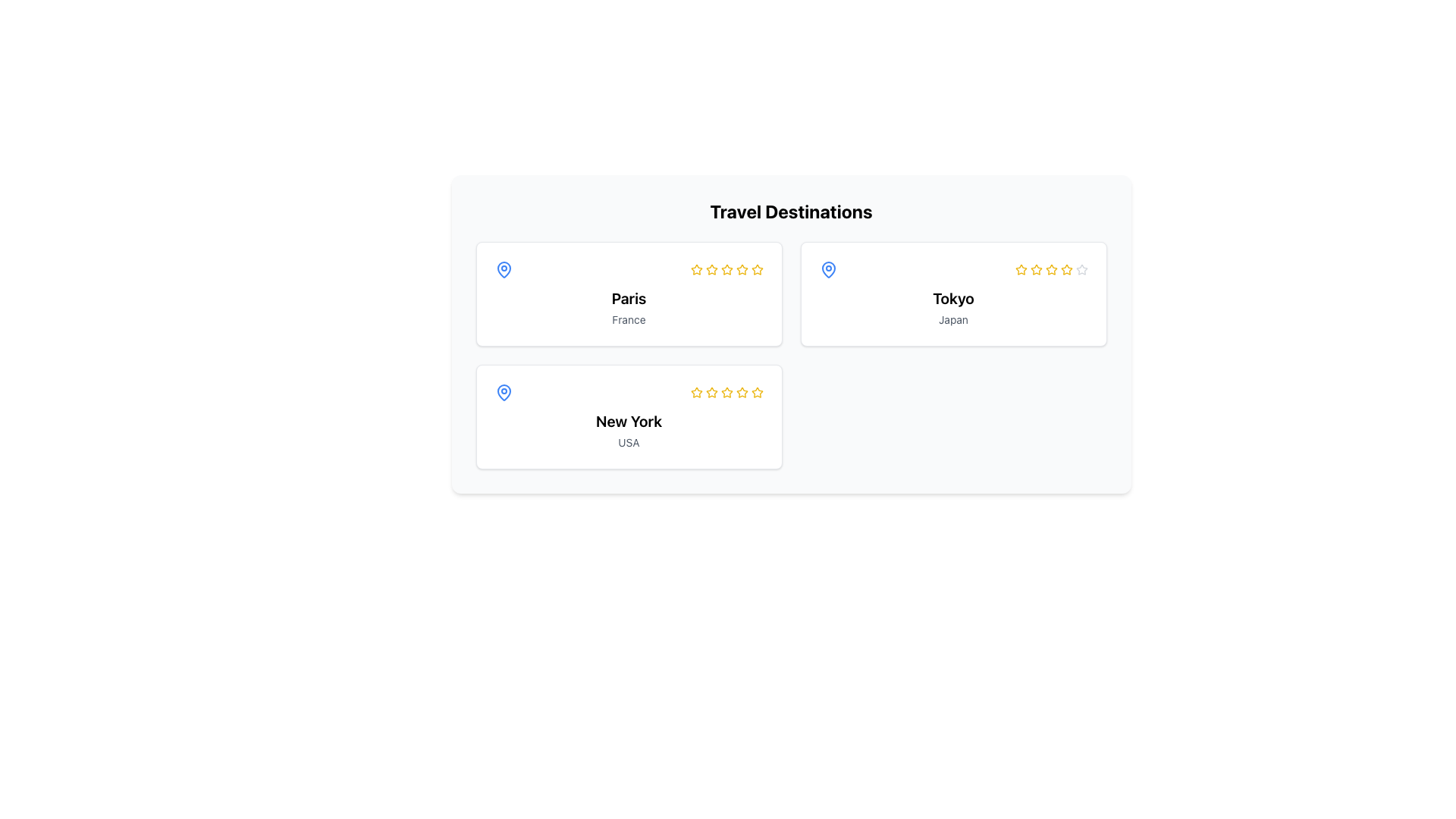 This screenshot has width=1456, height=819. I want to click on the third star icon in the rating component of the 'New York' card, which is styled as a five-pointed star with a yellow outline and a transparent center, so click(757, 391).